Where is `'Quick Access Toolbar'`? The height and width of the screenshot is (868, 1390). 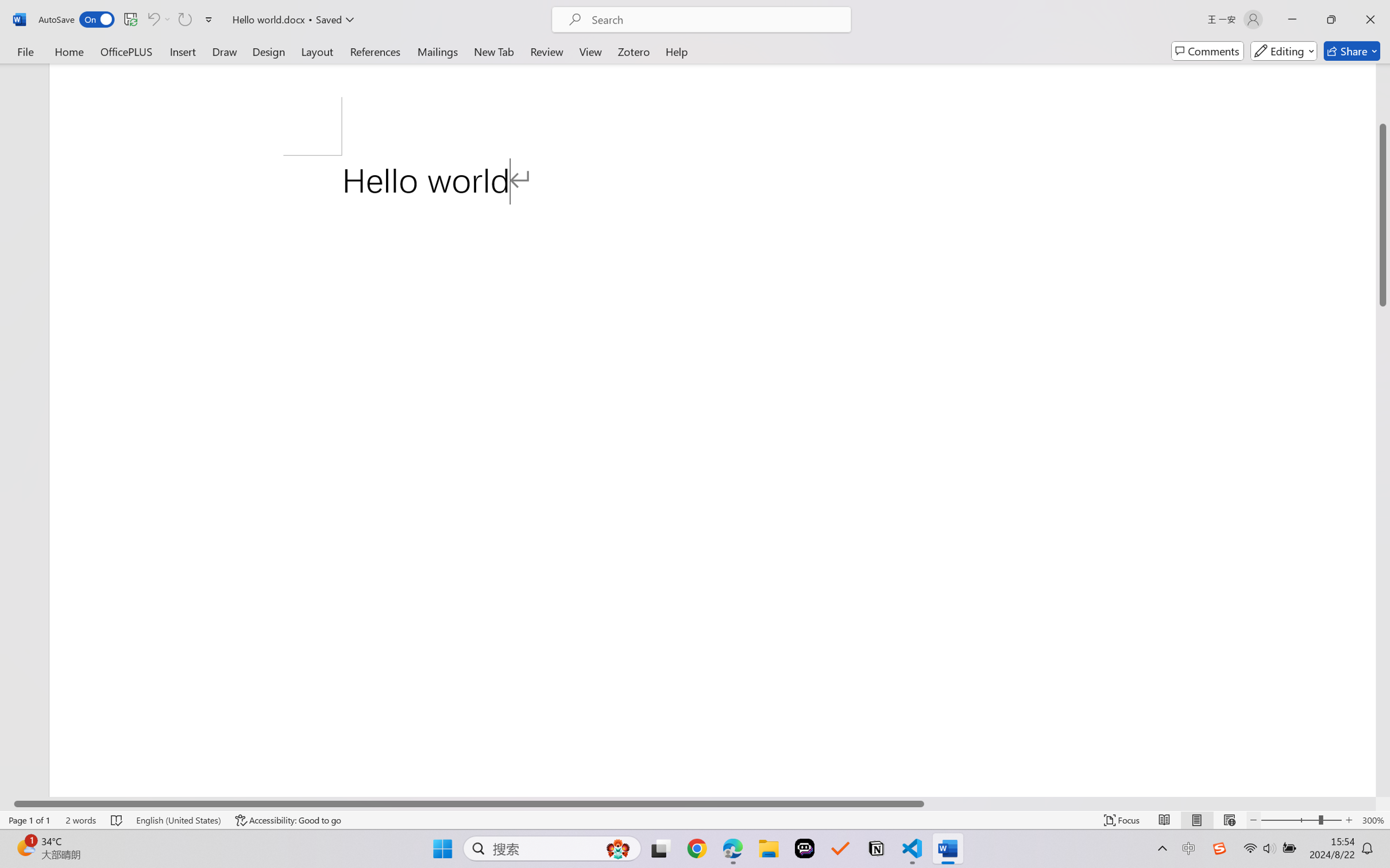
'Quick Access Toolbar' is located at coordinates (128, 19).